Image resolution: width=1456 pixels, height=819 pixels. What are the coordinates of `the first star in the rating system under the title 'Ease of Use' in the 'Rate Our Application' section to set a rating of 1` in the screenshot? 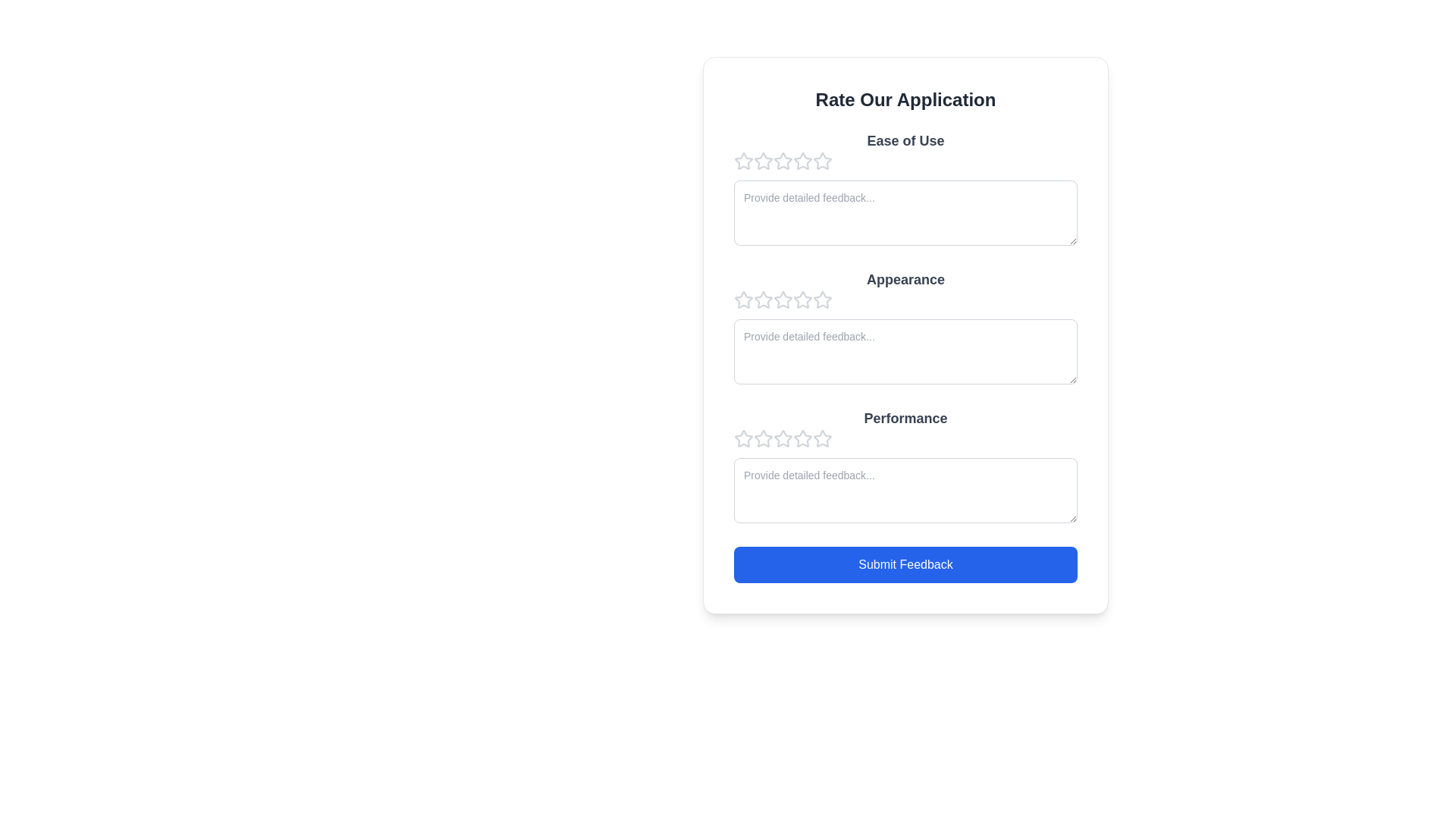 It's located at (743, 161).